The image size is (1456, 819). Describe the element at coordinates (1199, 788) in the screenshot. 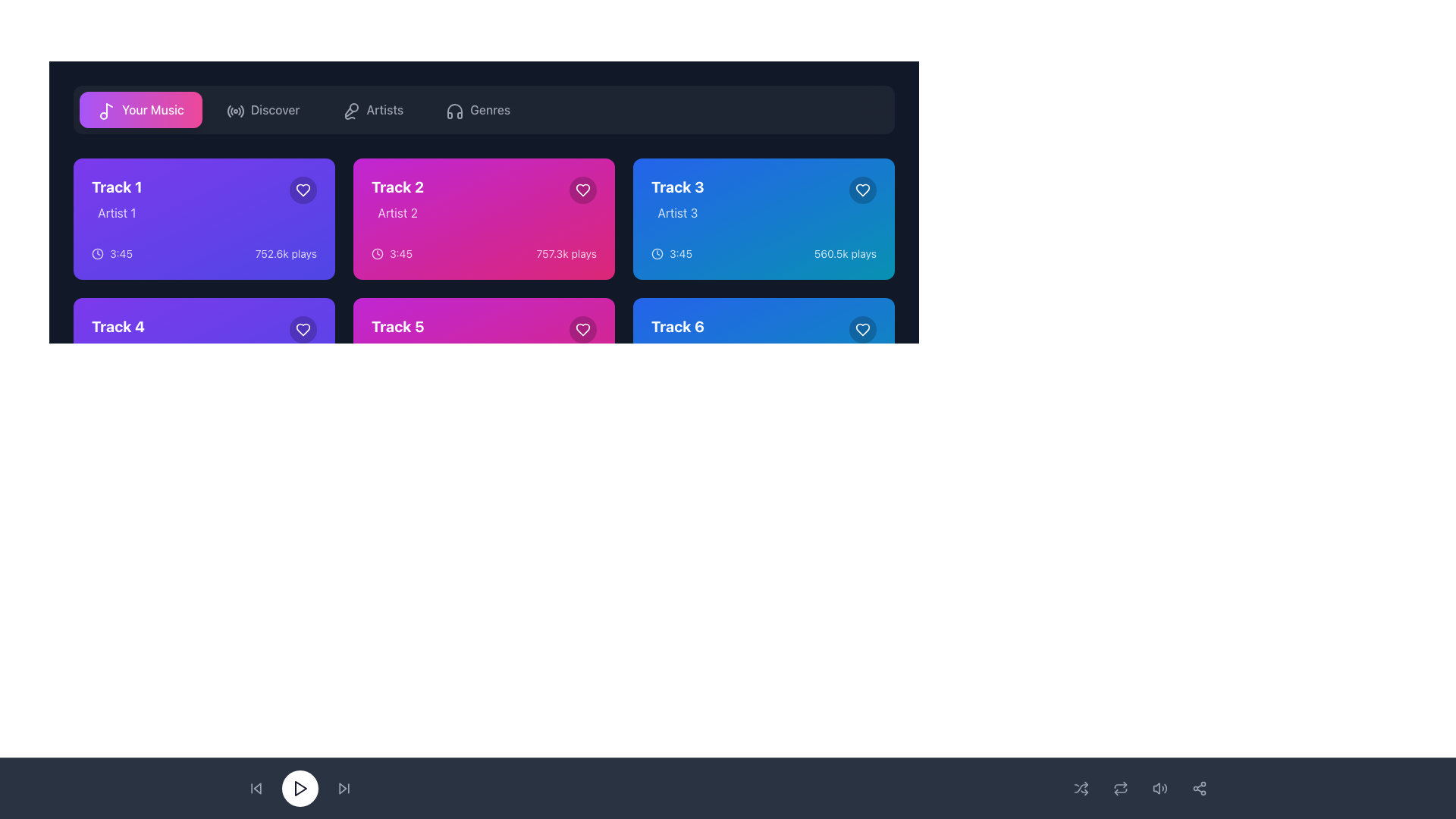

I see `the share button located as the fourth visible button from the left in the bottom control bar` at that location.